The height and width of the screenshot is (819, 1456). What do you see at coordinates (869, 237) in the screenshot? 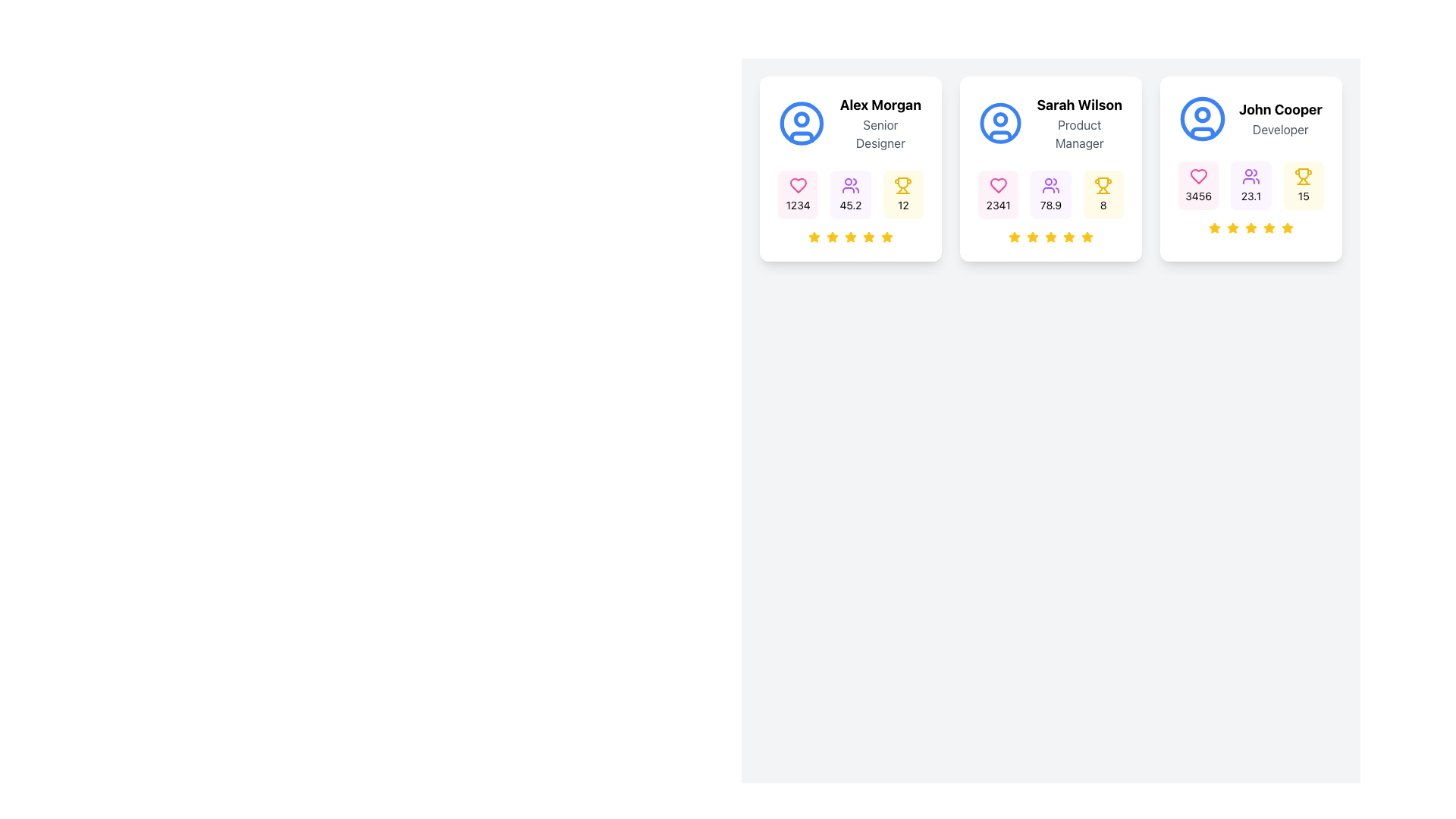
I see `the fourth star icon in the bottom section of the first profile card, which visually represents a rating score` at bounding box center [869, 237].